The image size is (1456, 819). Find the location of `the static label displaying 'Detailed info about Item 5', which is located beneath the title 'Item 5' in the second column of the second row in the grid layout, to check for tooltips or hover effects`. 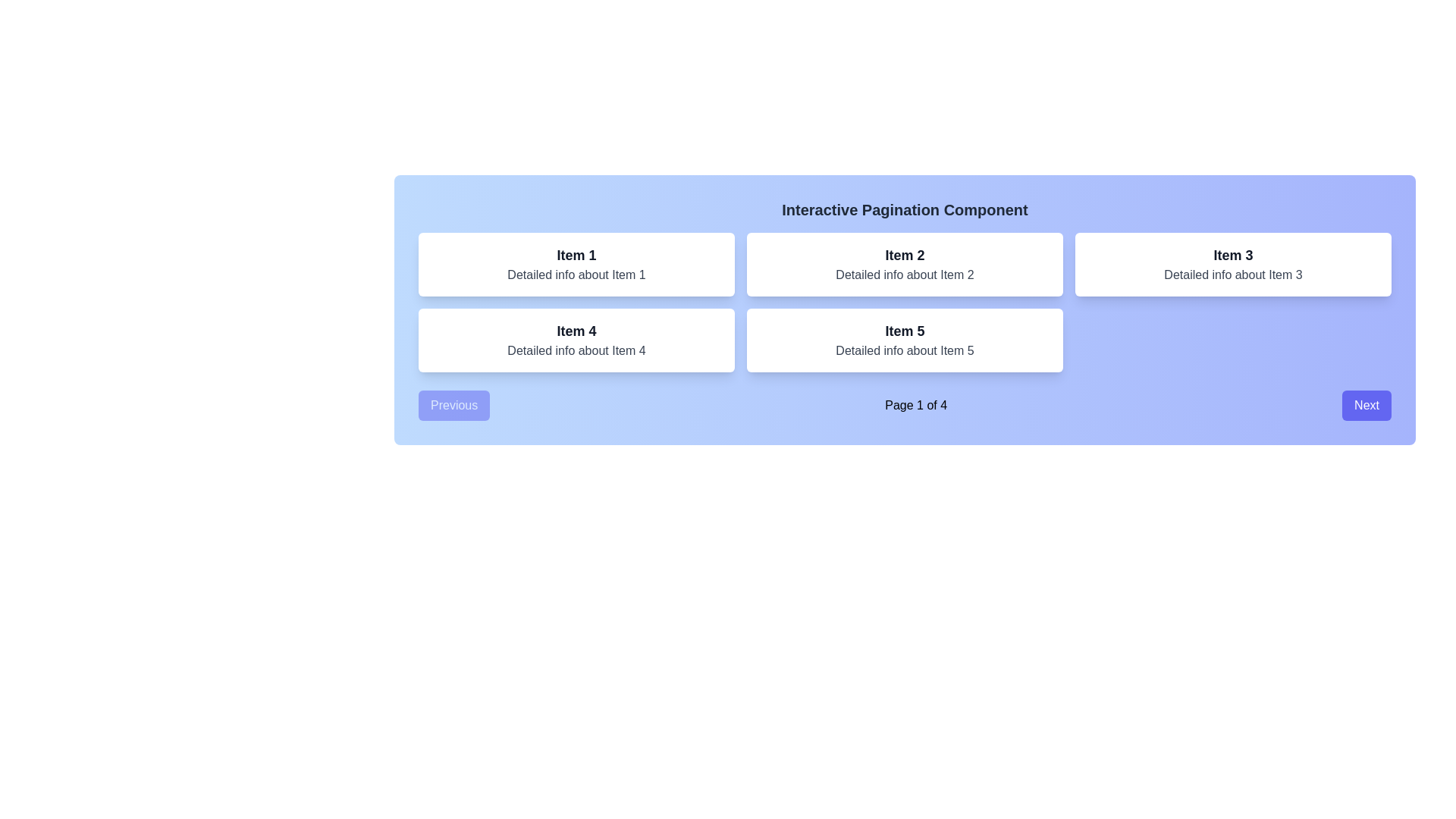

the static label displaying 'Detailed info about Item 5', which is located beneath the title 'Item 5' in the second column of the second row in the grid layout, to check for tooltips or hover effects is located at coordinates (905, 350).